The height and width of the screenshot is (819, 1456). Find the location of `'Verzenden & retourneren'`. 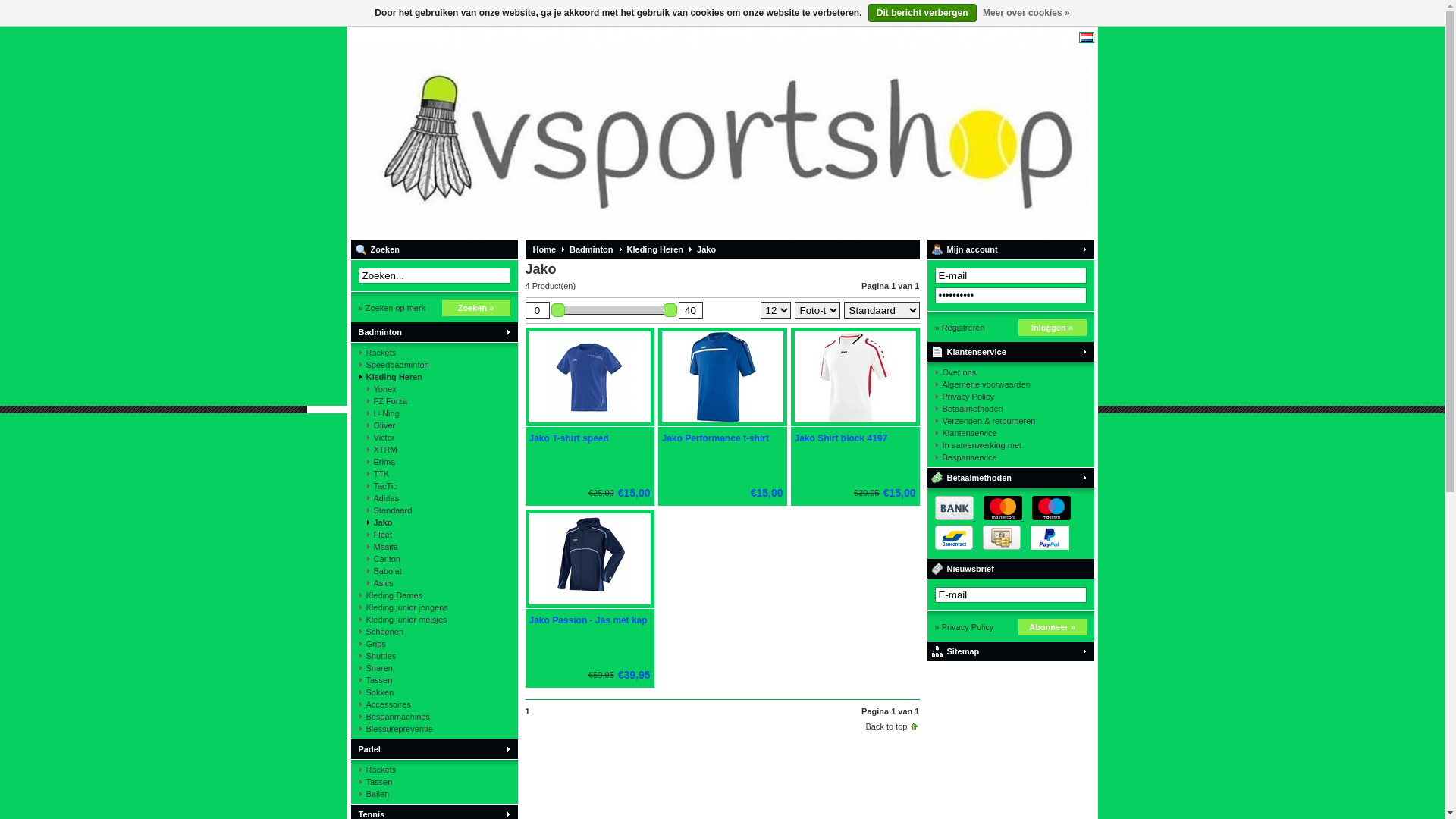

'Verzenden & retourneren' is located at coordinates (1010, 421).